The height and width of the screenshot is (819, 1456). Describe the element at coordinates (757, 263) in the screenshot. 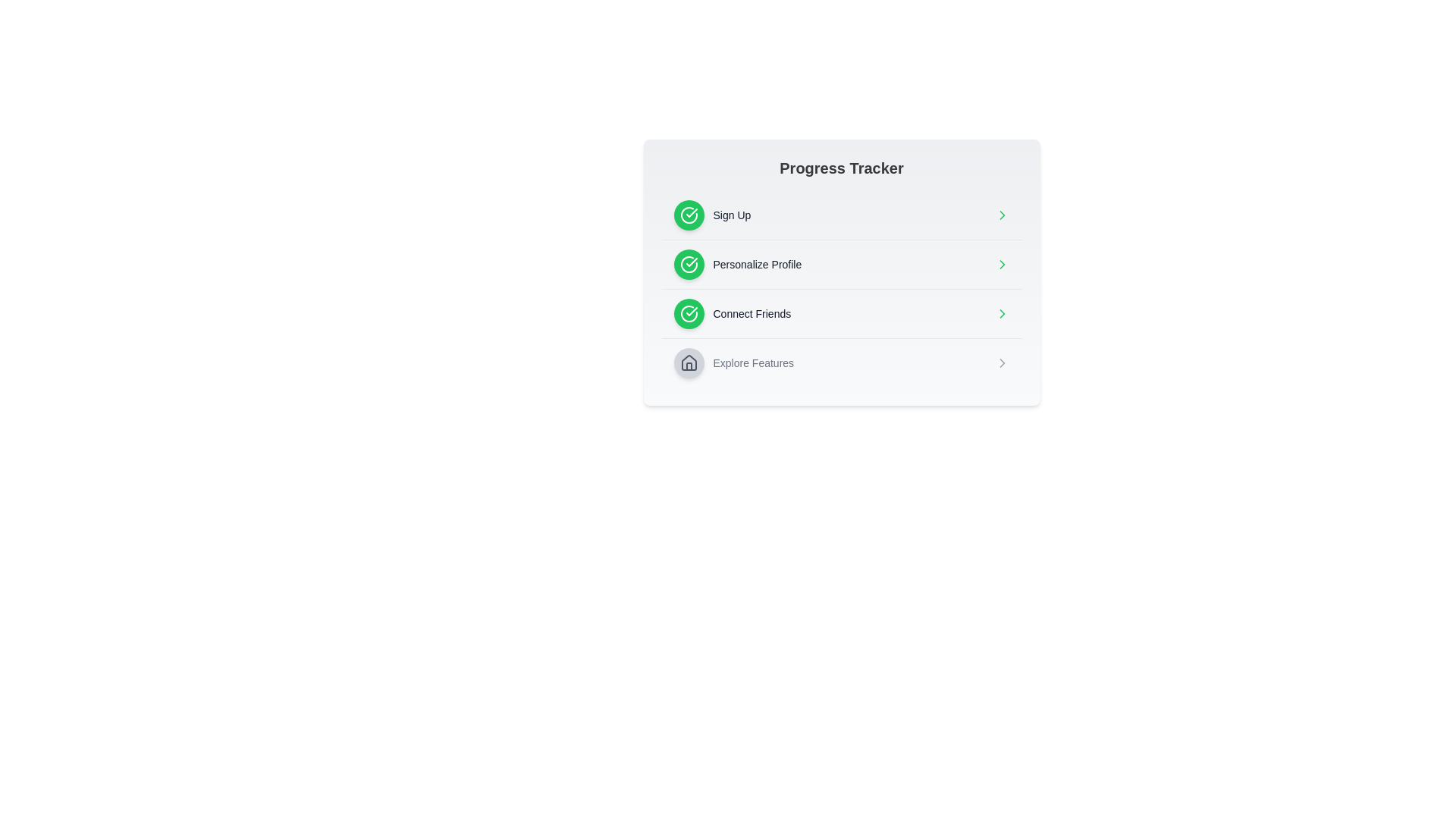

I see `the 'Personalize Profile' text label, which is a dark-gray colored text under the green checkmark icon in the Progress Tracker interface` at that location.